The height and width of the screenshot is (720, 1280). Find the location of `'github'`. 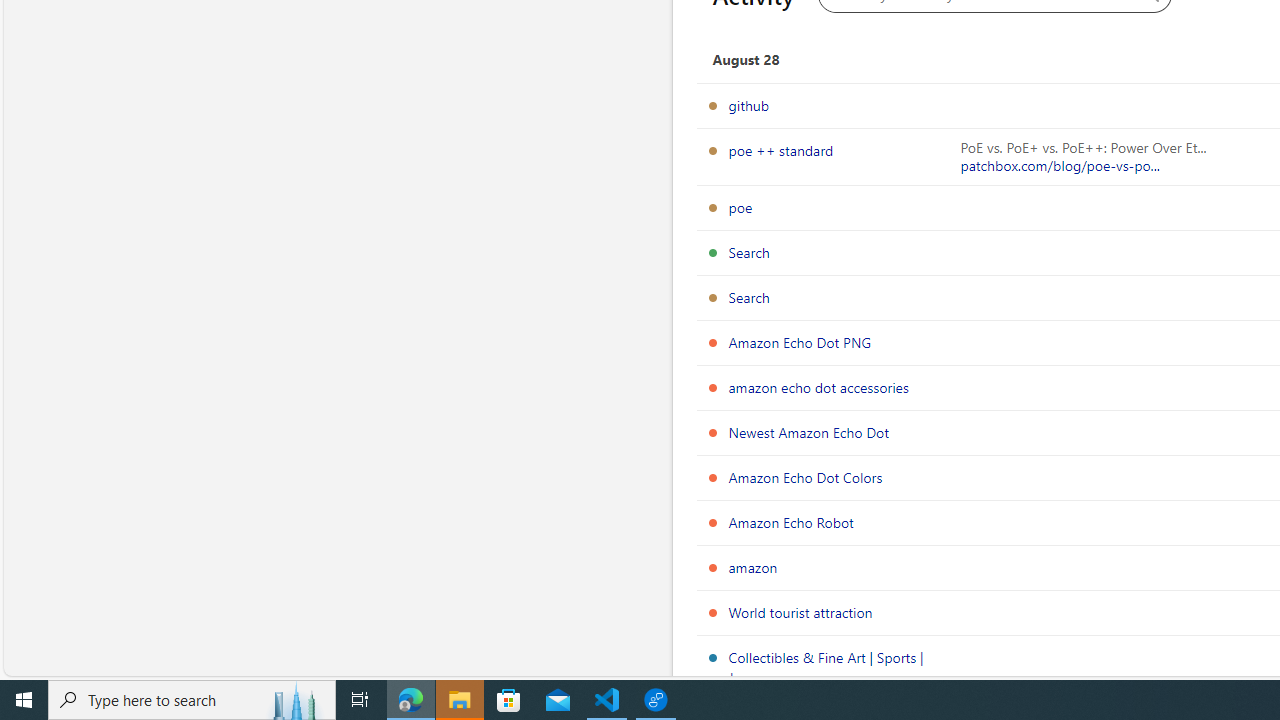

'github' is located at coordinates (747, 105).